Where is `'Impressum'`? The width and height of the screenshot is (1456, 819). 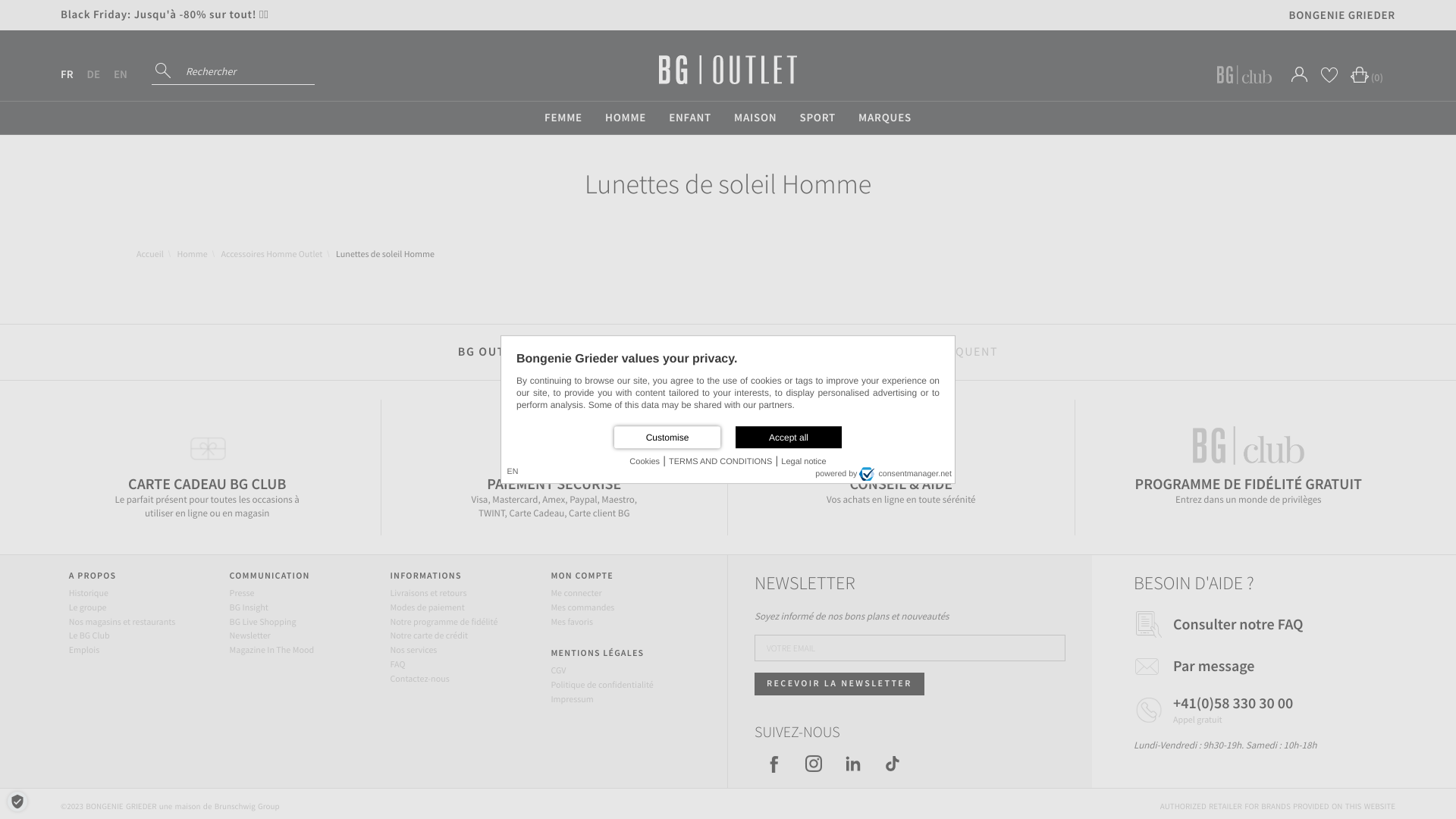
'Impressum' is located at coordinates (570, 699).